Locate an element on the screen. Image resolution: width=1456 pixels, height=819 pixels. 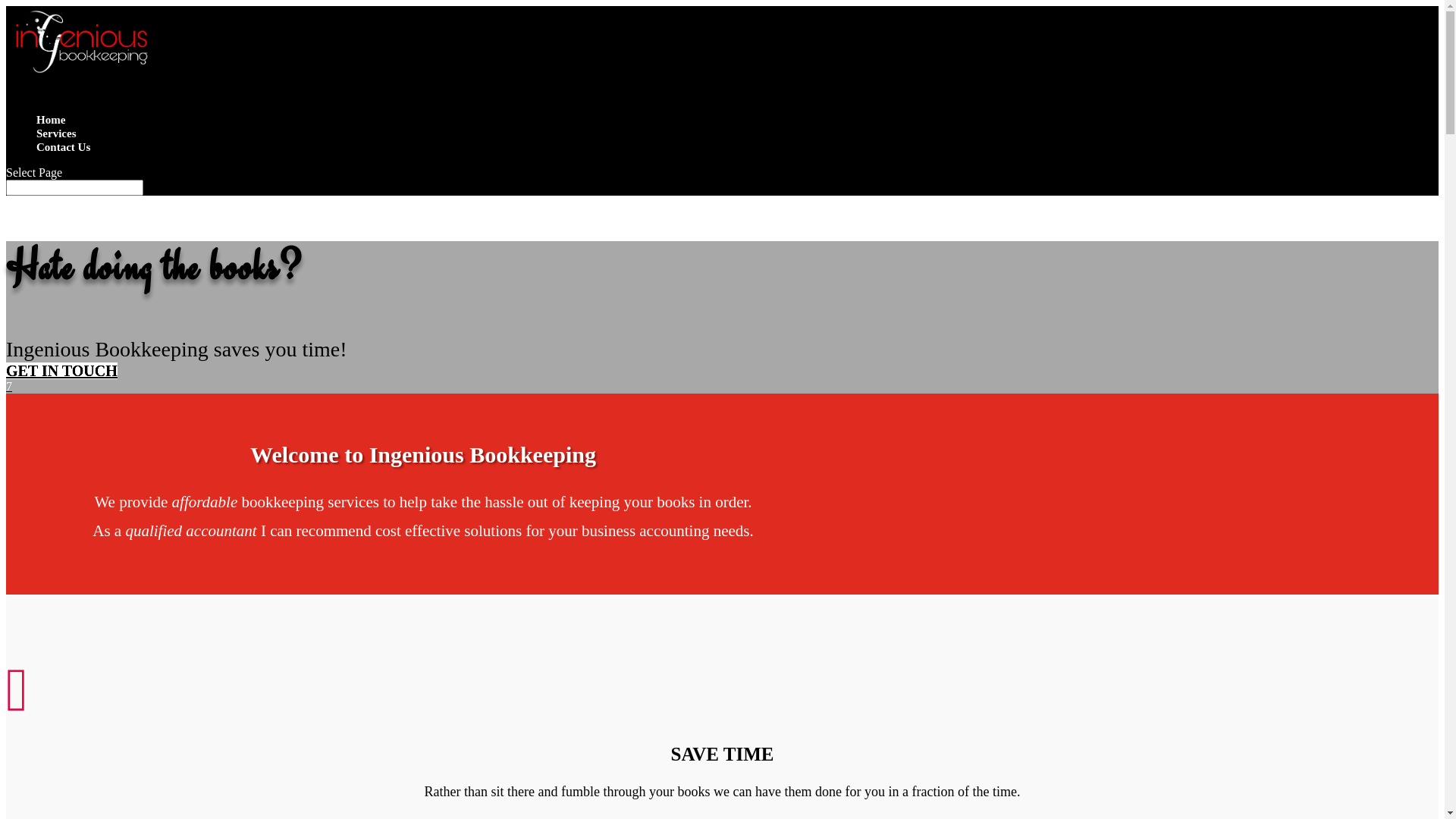
'Search for:' is located at coordinates (6, 187).